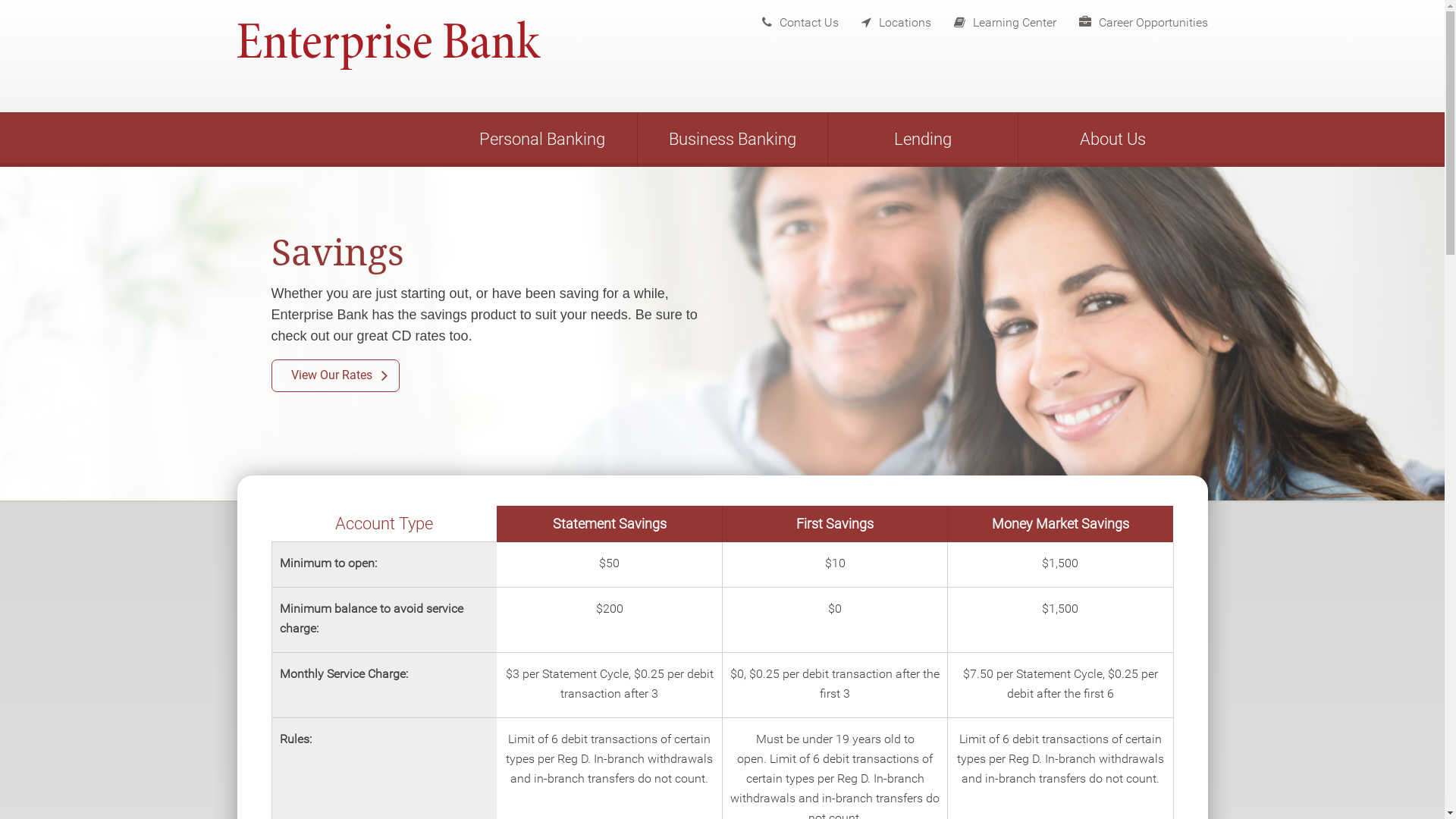  I want to click on 'About Us', so click(1018, 140).